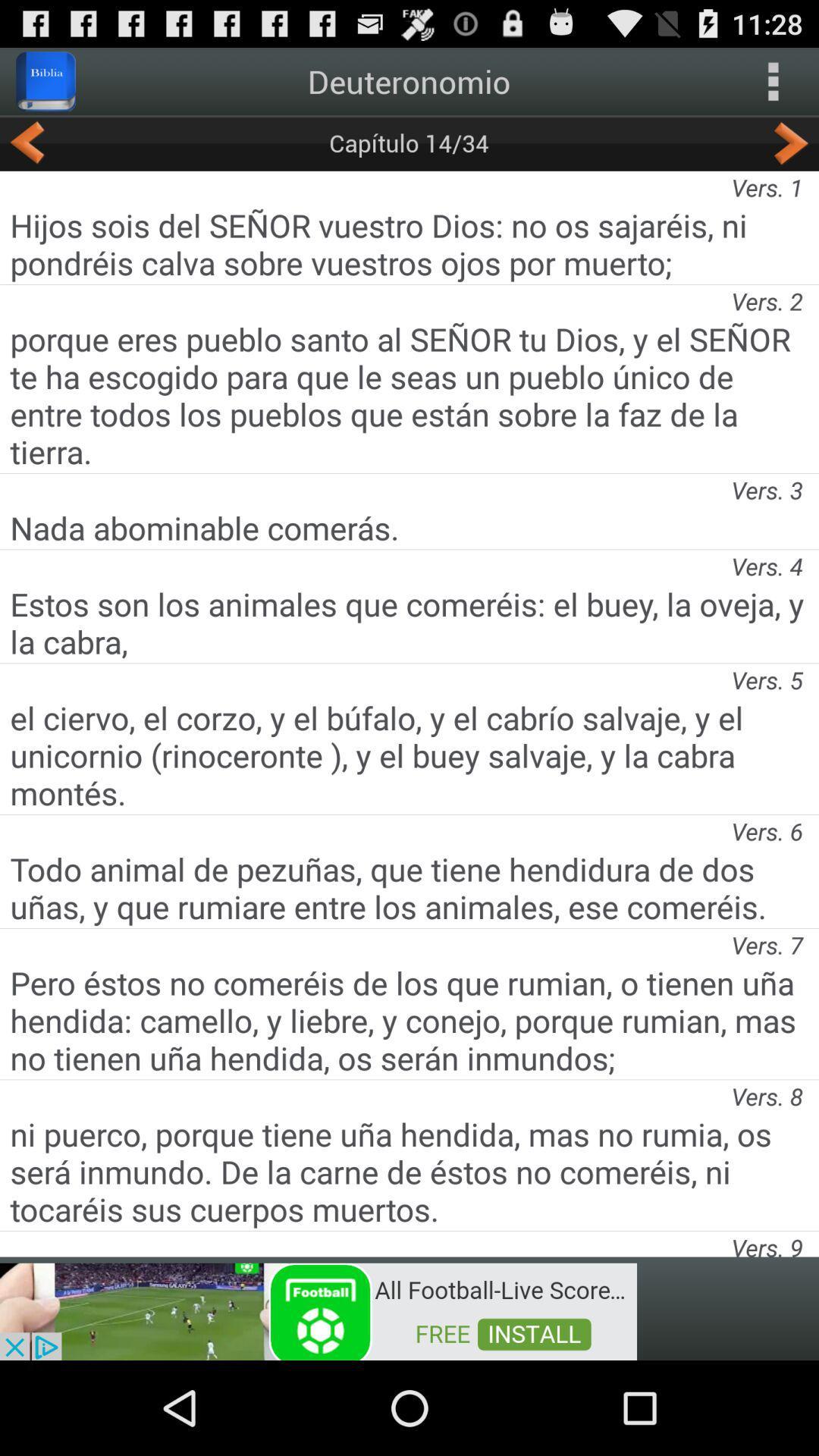  Describe the element at coordinates (27, 153) in the screenshot. I see `the arrow_backward icon` at that location.